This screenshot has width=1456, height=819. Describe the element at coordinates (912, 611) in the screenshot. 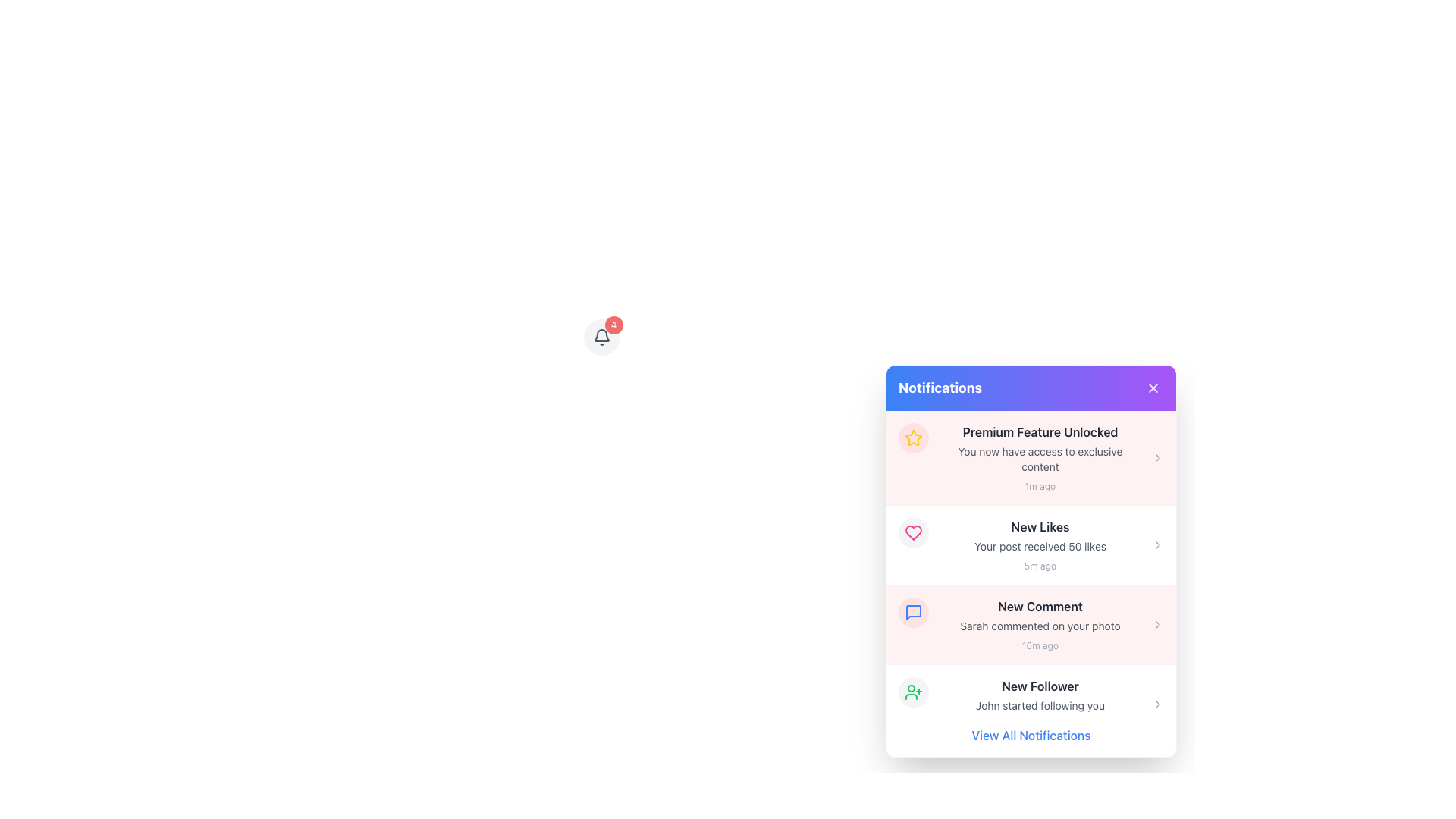

I see `the details of the prominent icon located on the leftmost side of the 'New Comment' notification item, adjacent to the text 'Sarah commented on your photo'` at that location.